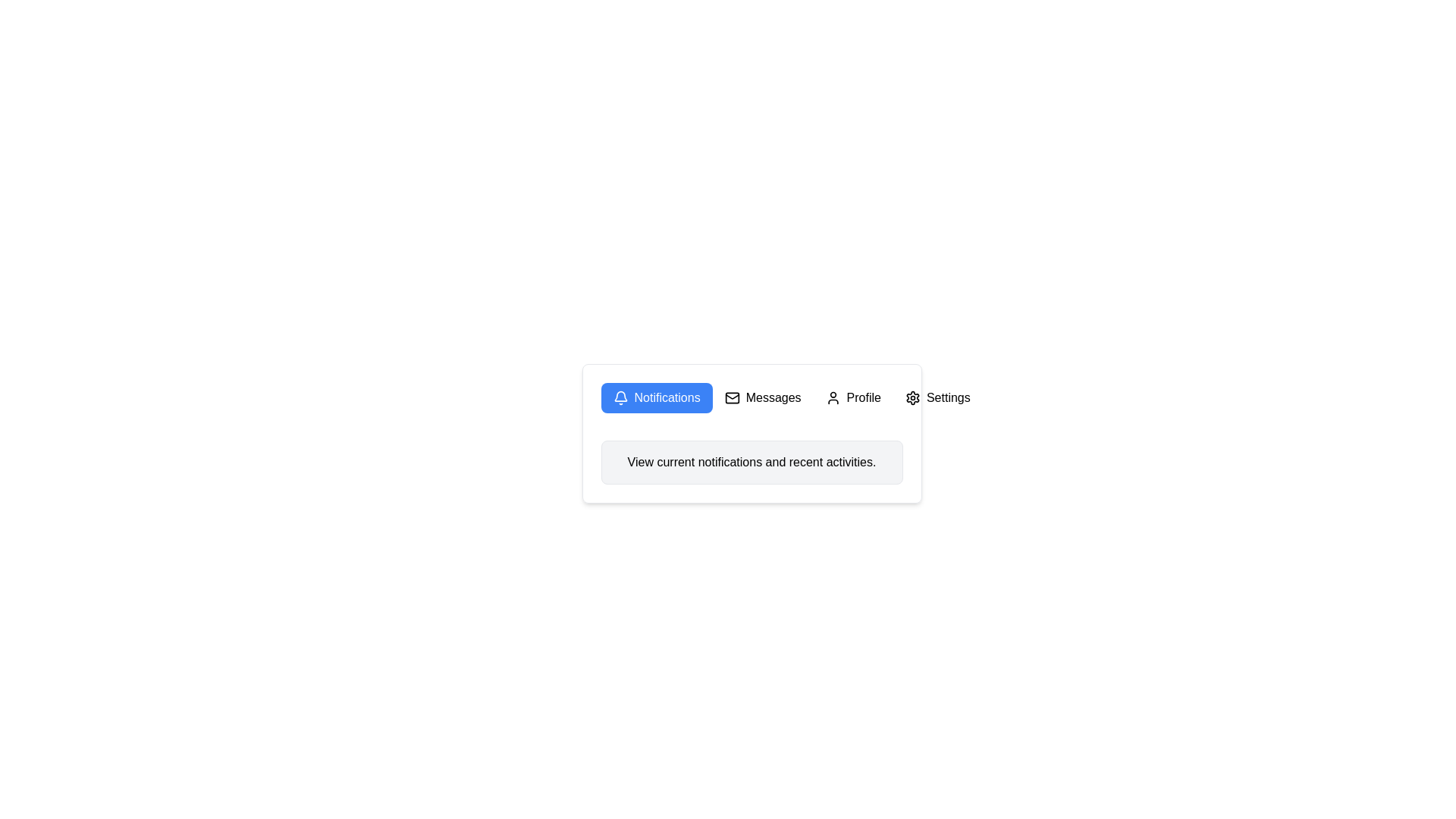 This screenshot has width=1456, height=819. I want to click on the Informational text block with the text 'View current notifications and recent activities.' which has a light gray background and is centrally positioned below the interactive buttons, so click(752, 461).